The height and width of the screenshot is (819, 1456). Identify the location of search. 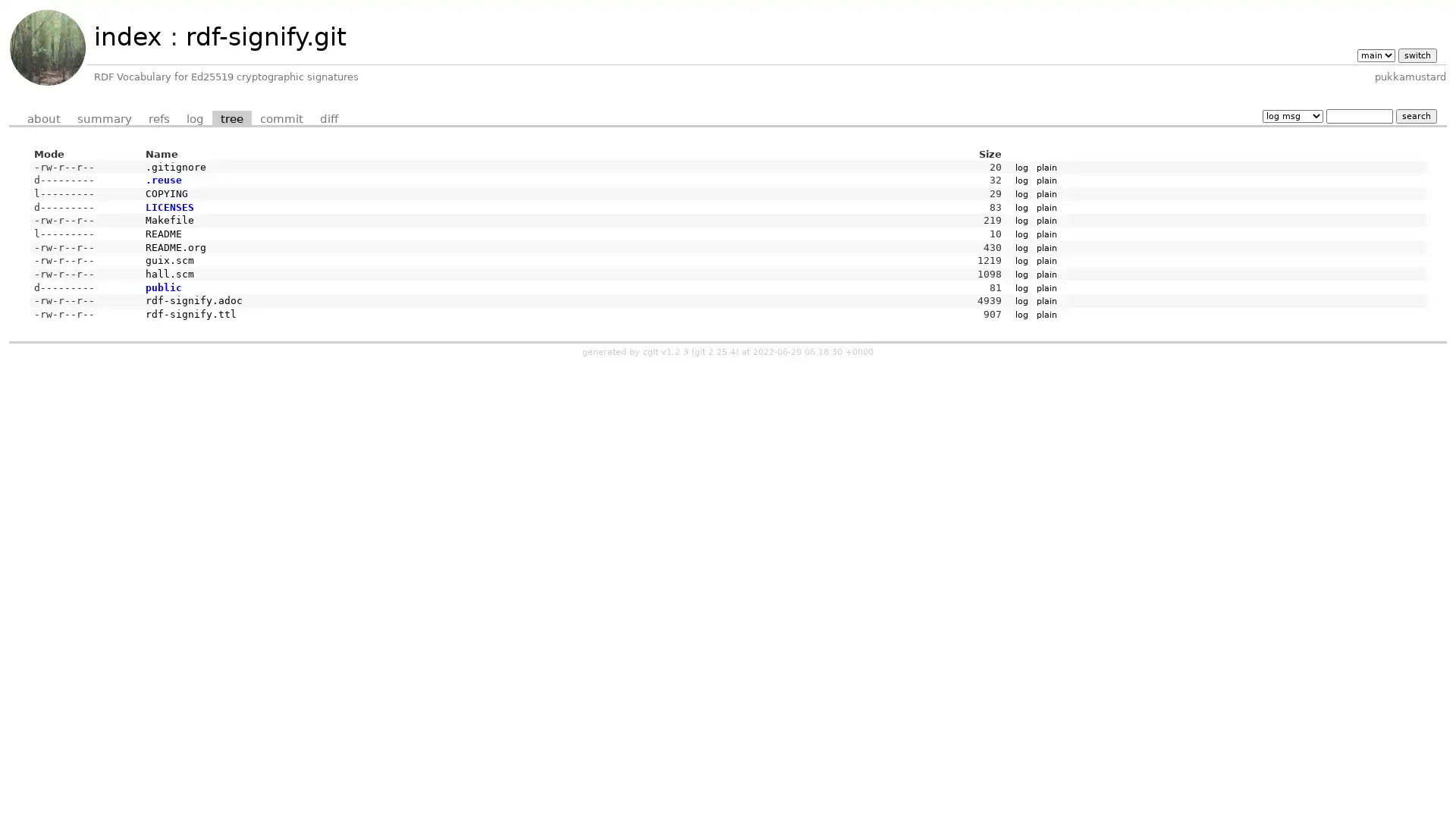
(1415, 115).